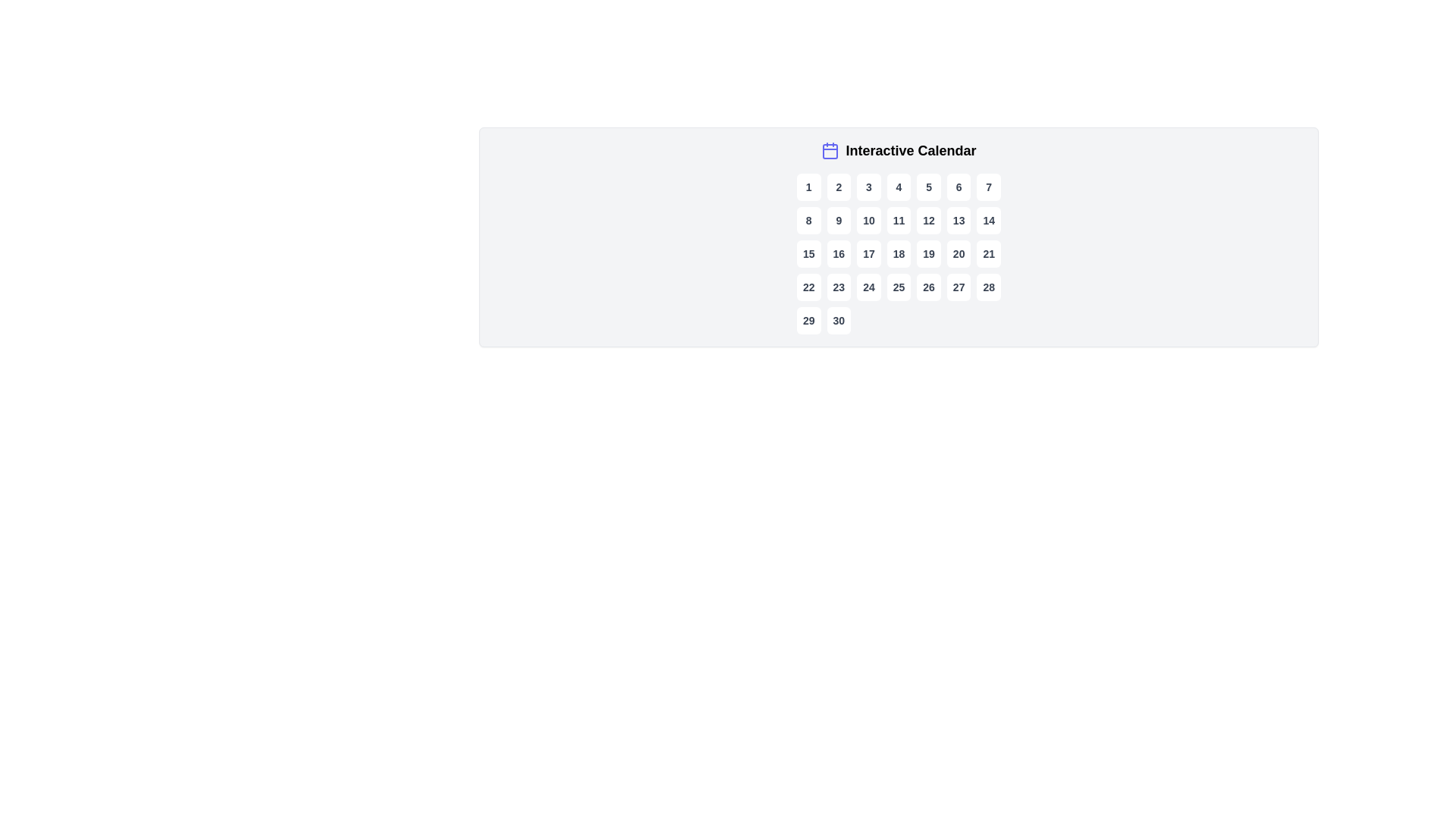 The width and height of the screenshot is (1456, 819). What do you see at coordinates (838, 186) in the screenshot?
I see `the date selection button representing '2' in the calendar grid` at bounding box center [838, 186].